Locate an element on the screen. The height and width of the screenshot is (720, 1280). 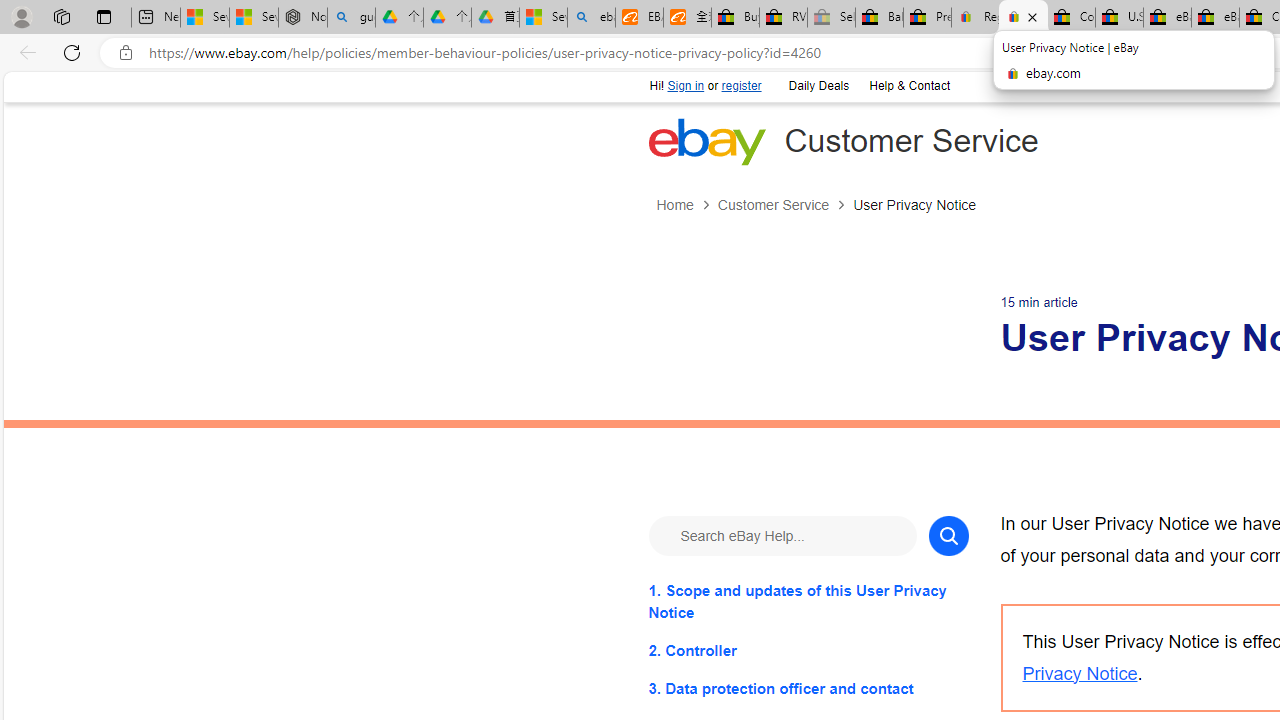
'Customer Service' is located at coordinates (772, 205).